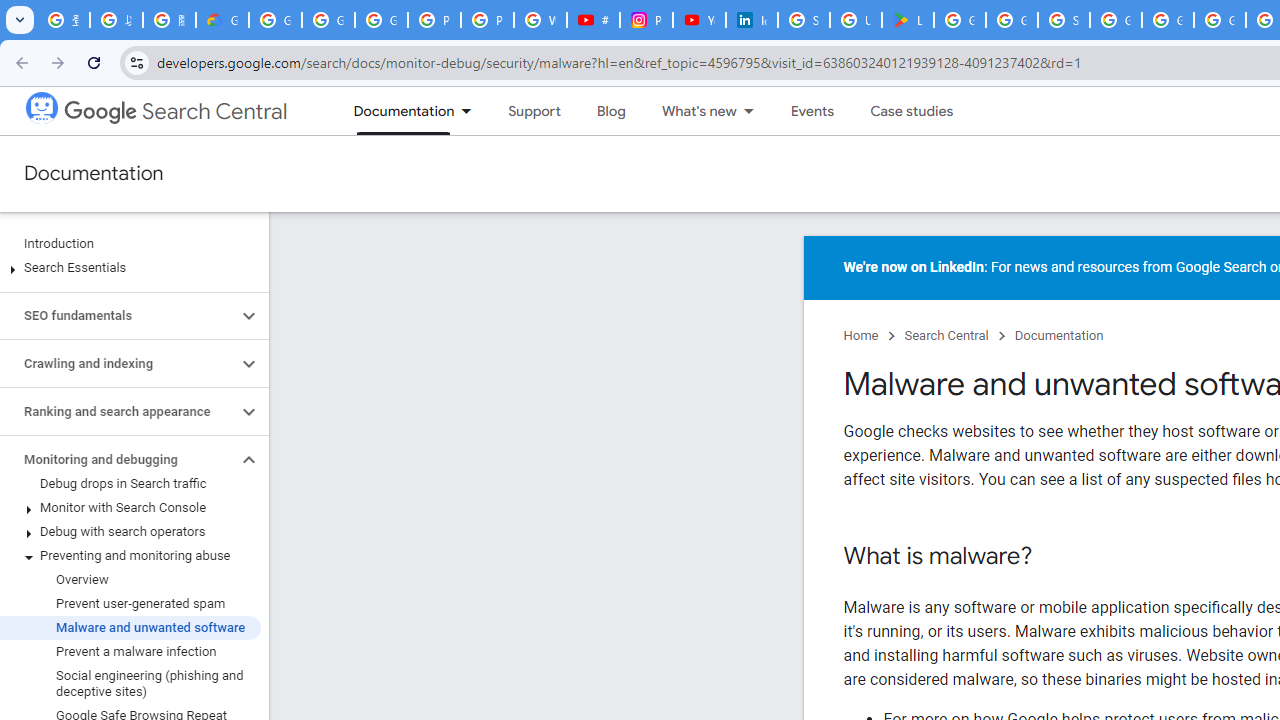 Image resolution: width=1280 pixels, height=720 pixels. What do you see at coordinates (812, 111) in the screenshot?
I see `'Events'` at bounding box center [812, 111].